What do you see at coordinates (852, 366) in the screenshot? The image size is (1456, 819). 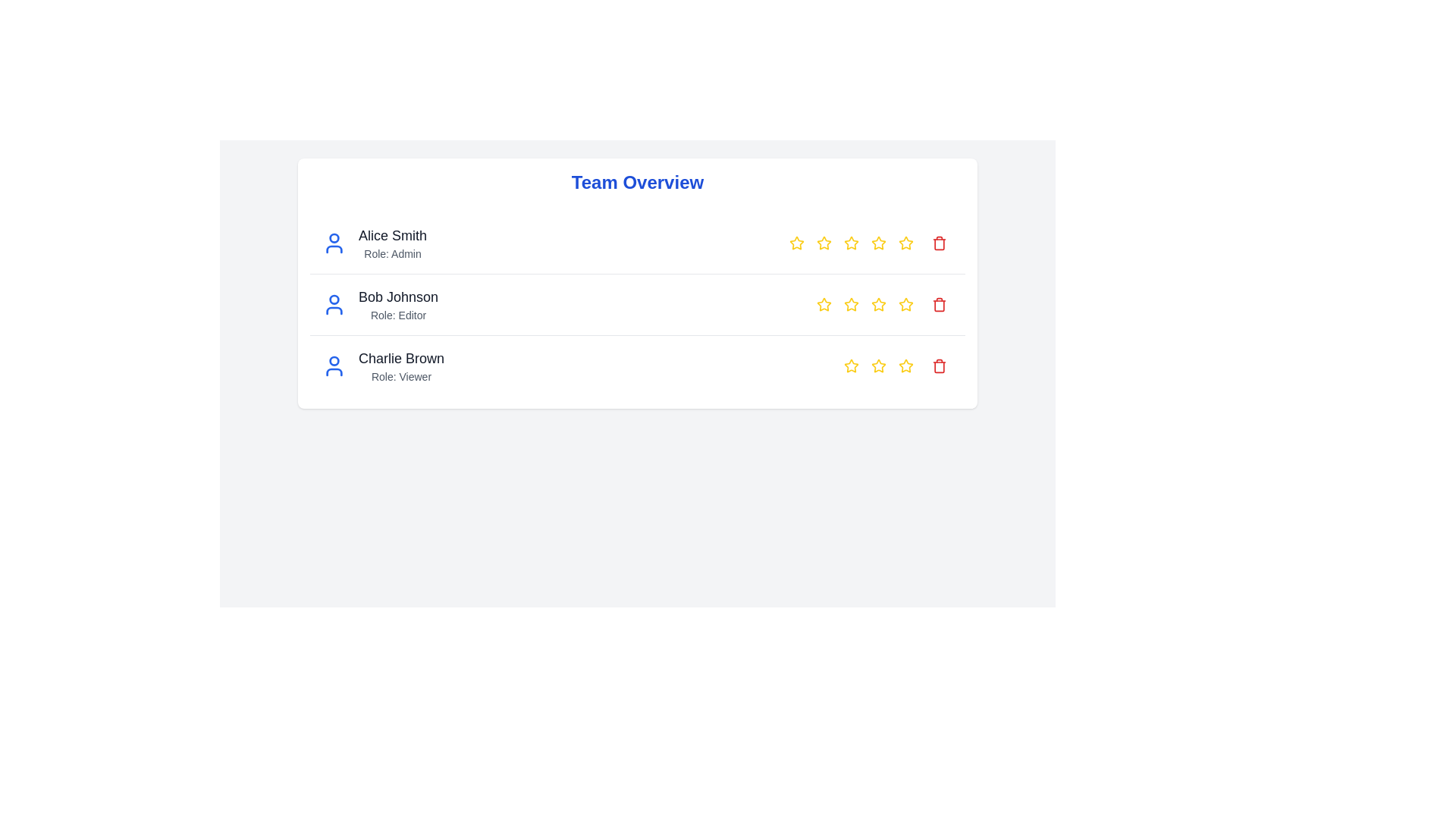 I see `the first star in the row of stars for the third user entry` at bounding box center [852, 366].